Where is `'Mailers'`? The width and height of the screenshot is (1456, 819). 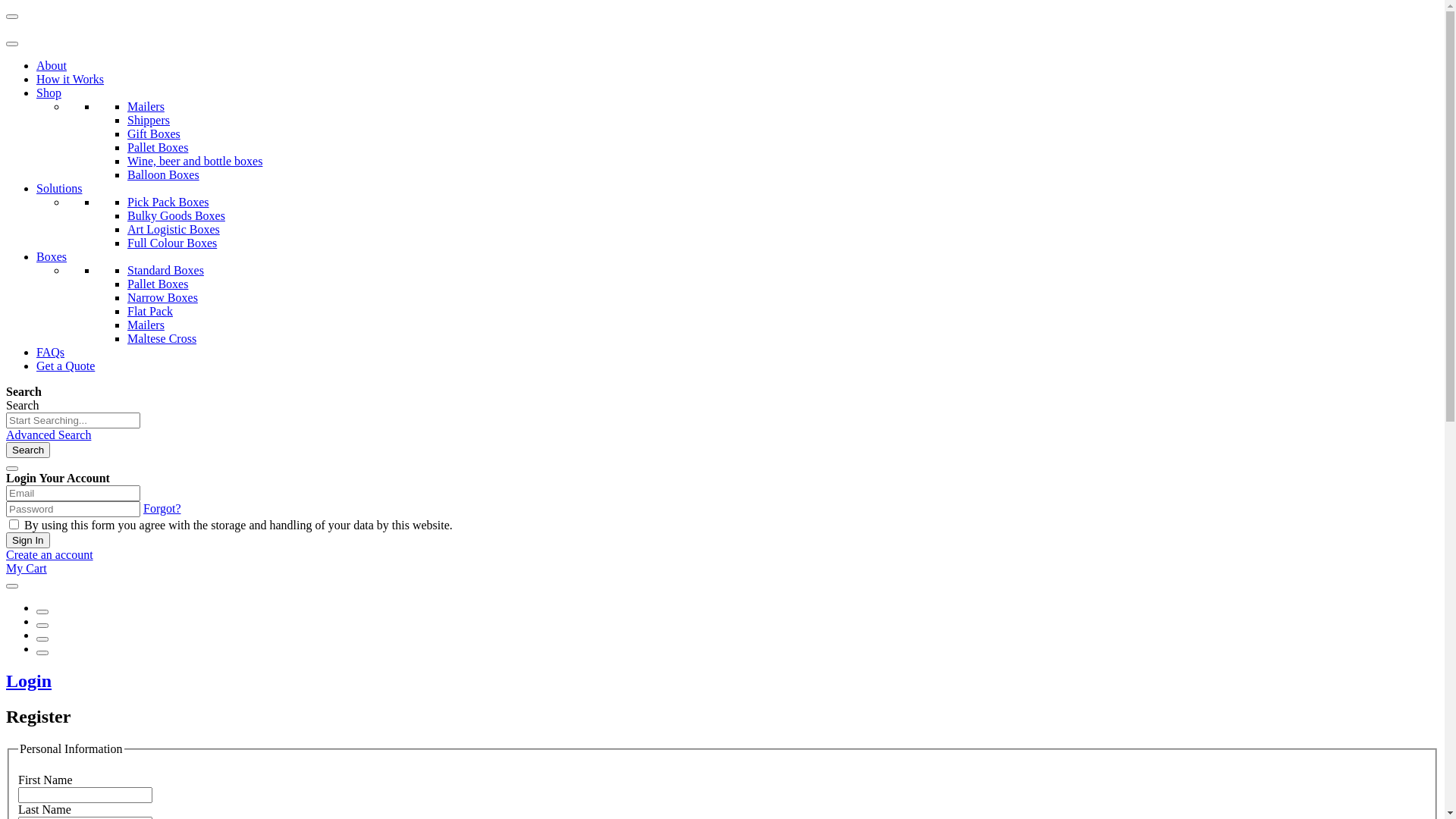 'Mailers' is located at coordinates (127, 324).